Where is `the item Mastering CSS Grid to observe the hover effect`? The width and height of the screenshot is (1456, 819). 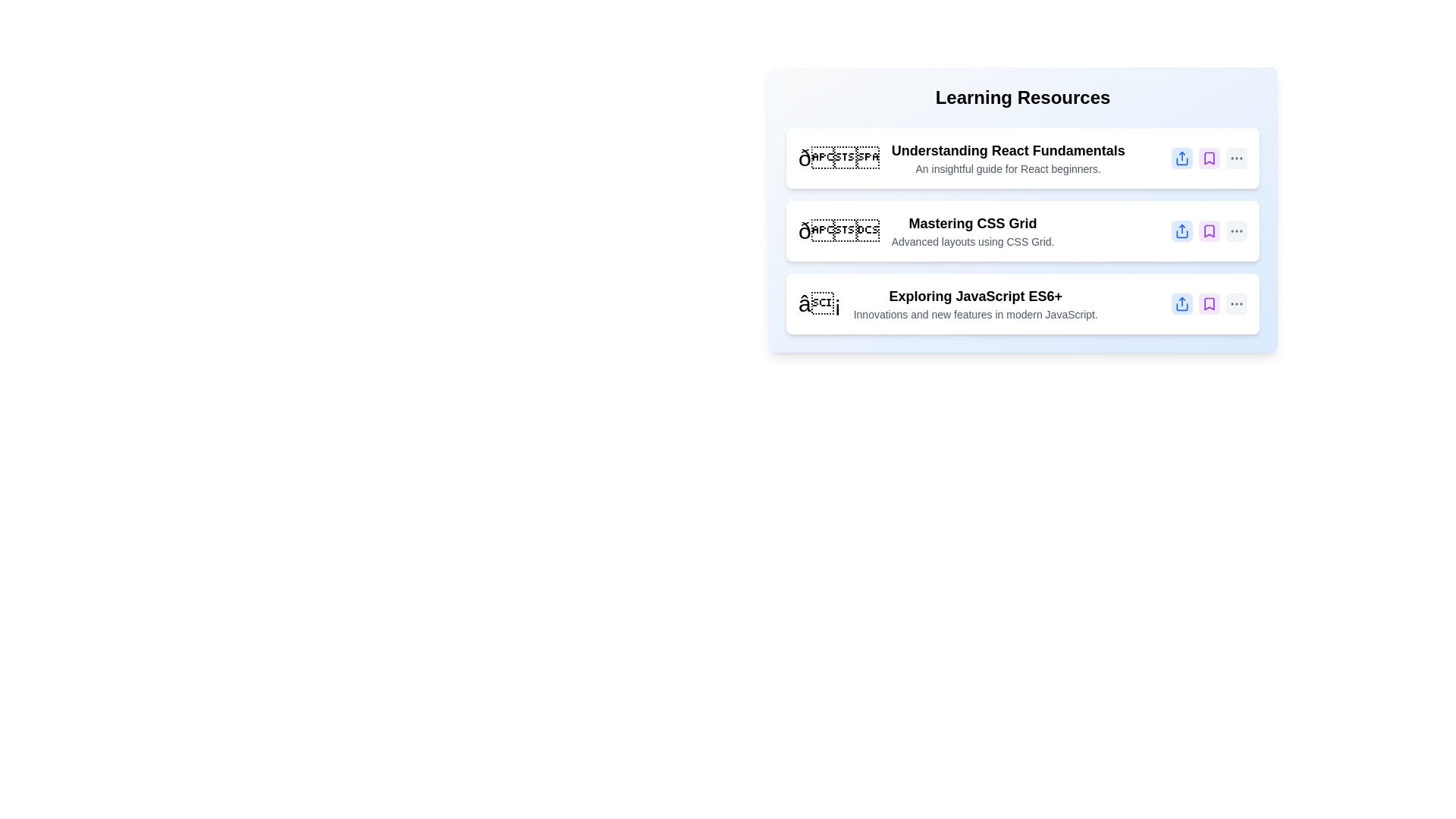 the item Mastering CSS Grid to observe the hover effect is located at coordinates (1022, 231).